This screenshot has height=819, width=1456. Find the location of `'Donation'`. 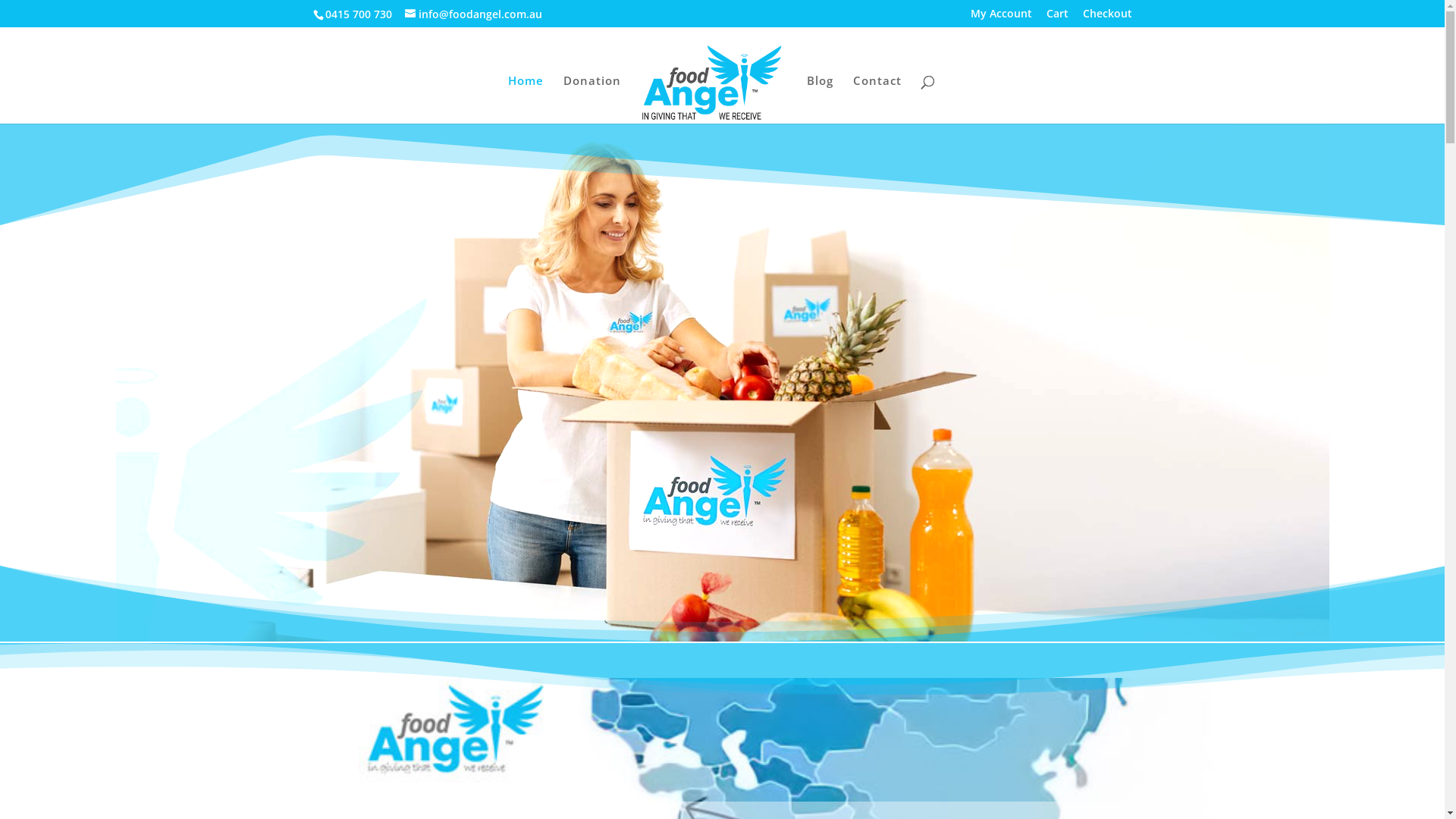

'Donation' is located at coordinates (591, 99).